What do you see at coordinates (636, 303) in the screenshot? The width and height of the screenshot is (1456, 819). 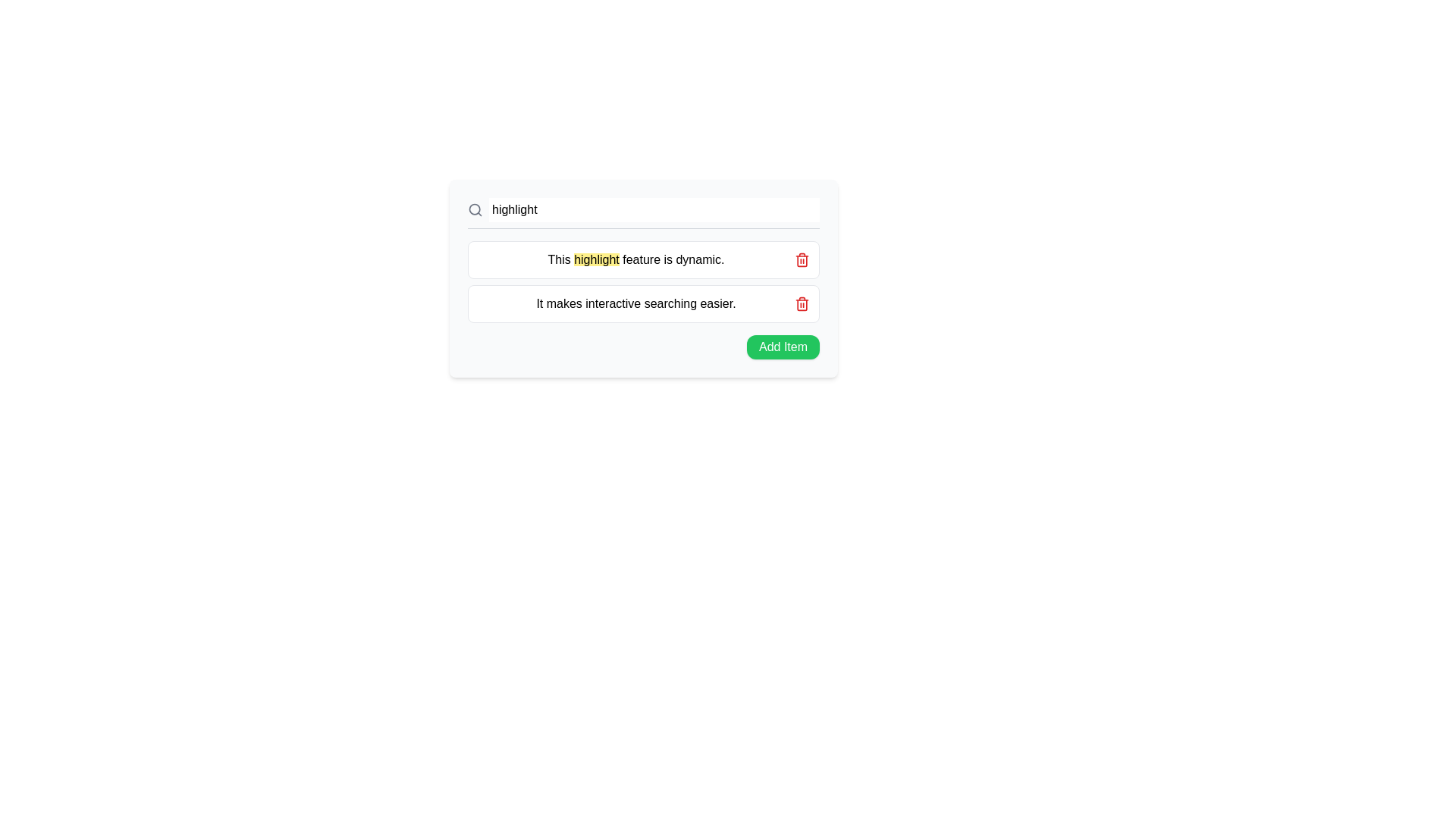 I see `the static text element that reads 'It makes interactive searching easier.' which is the second item in a list of comments` at bounding box center [636, 303].